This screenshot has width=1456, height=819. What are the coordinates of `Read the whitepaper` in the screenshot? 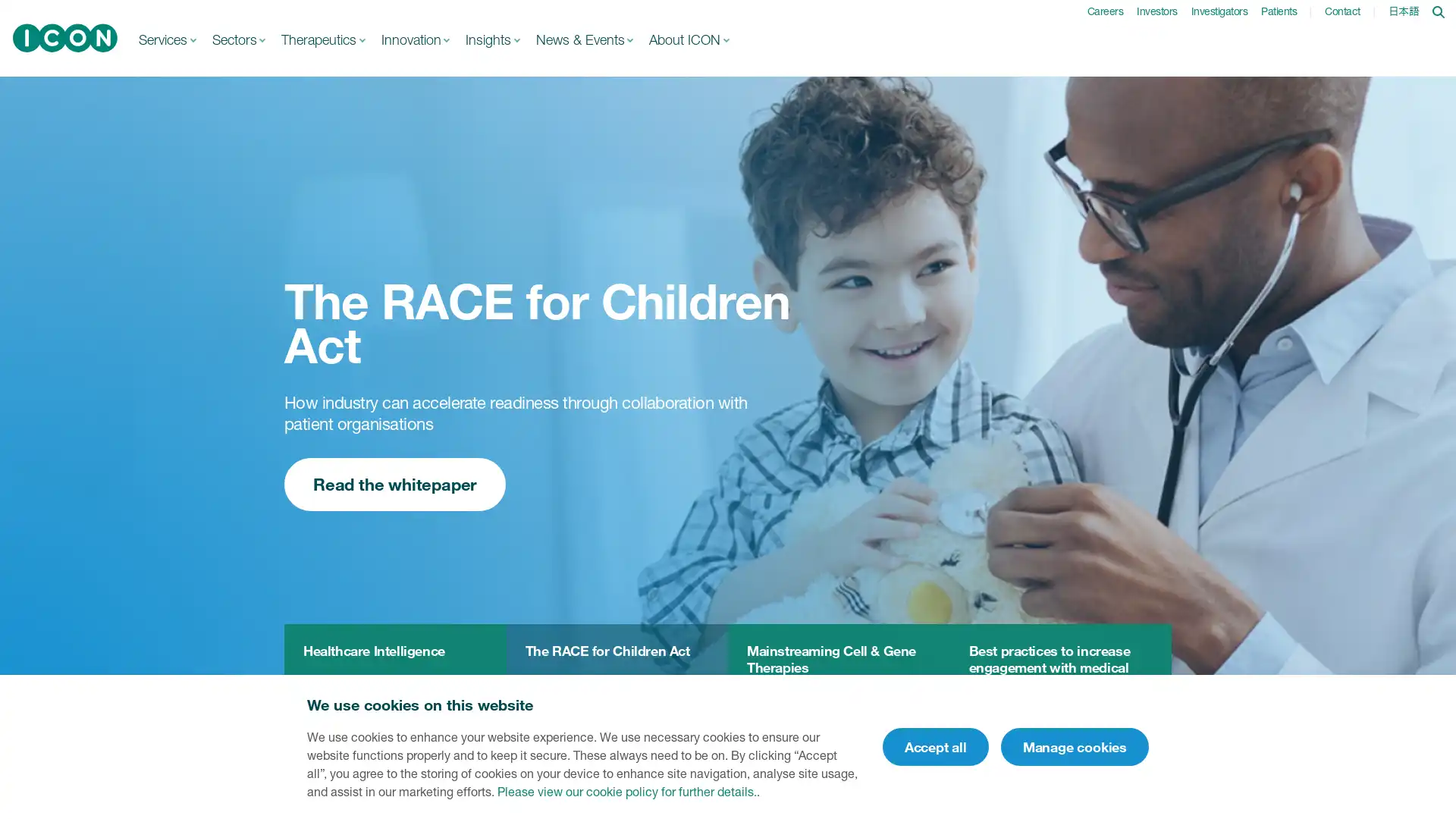 It's located at (395, 484).